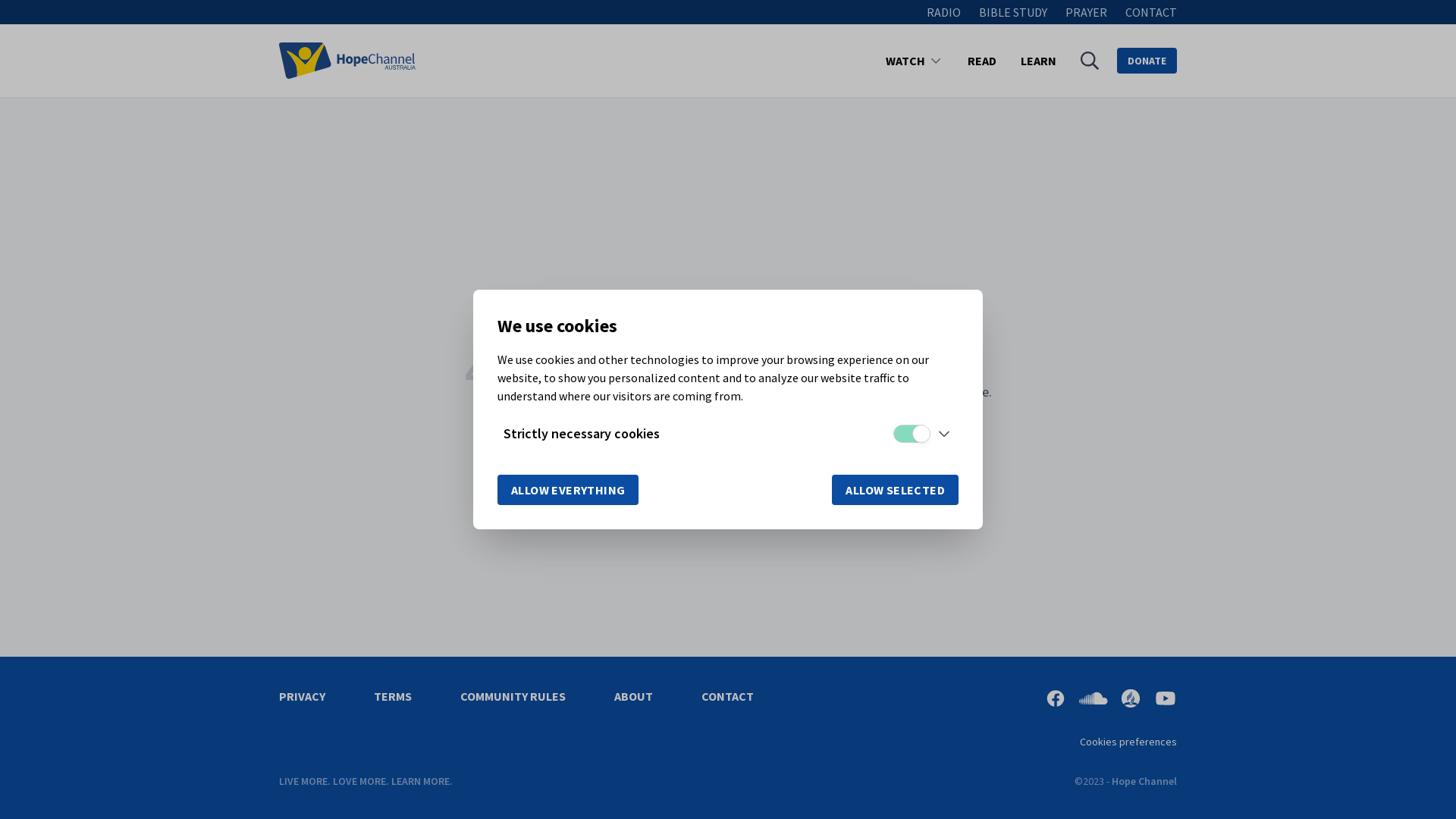 Image resolution: width=1456 pixels, height=819 pixels. I want to click on 'LEARN', so click(1037, 60).